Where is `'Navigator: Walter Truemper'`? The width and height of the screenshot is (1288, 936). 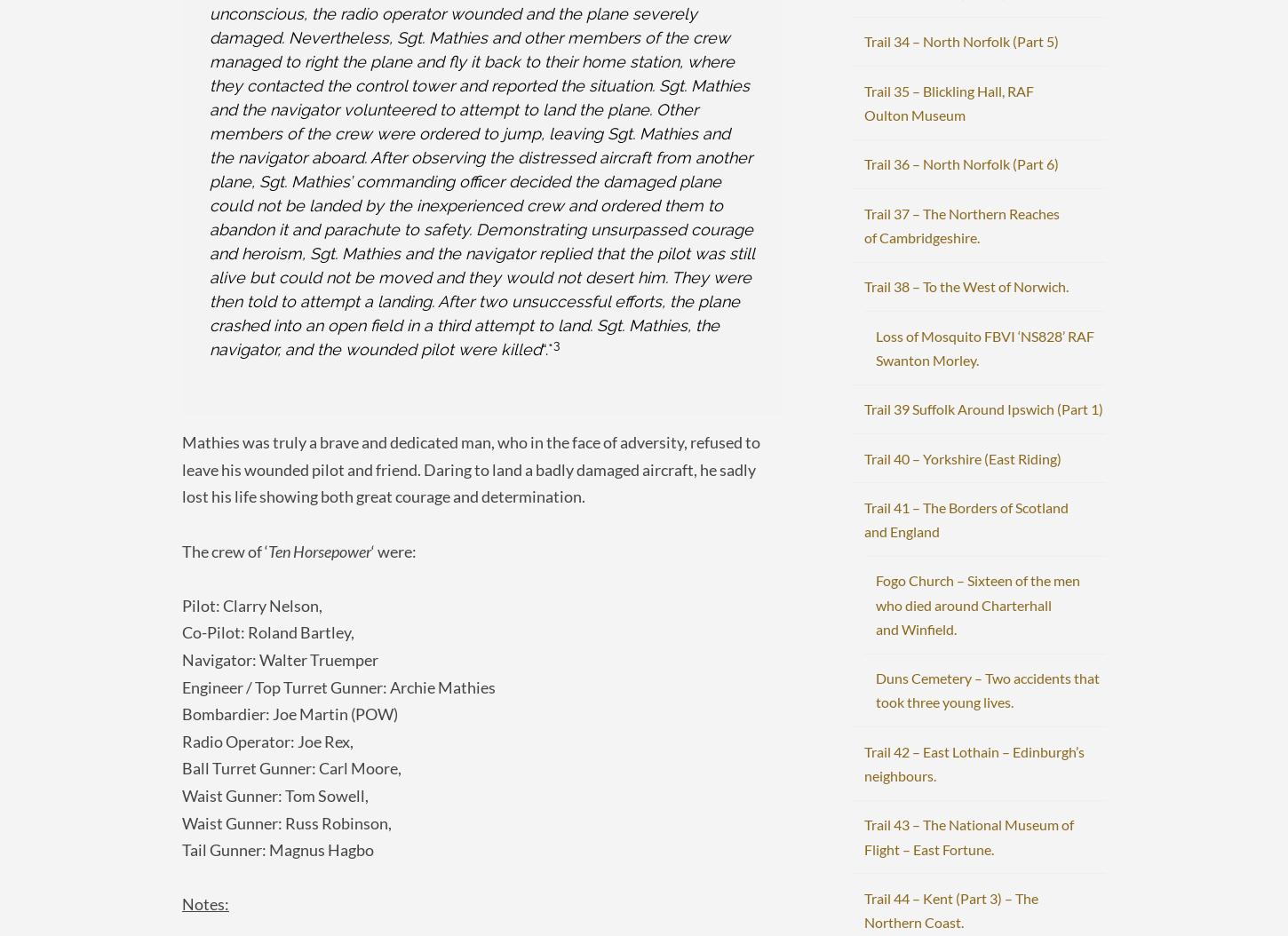 'Navigator: Walter Truemper' is located at coordinates (181, 659).